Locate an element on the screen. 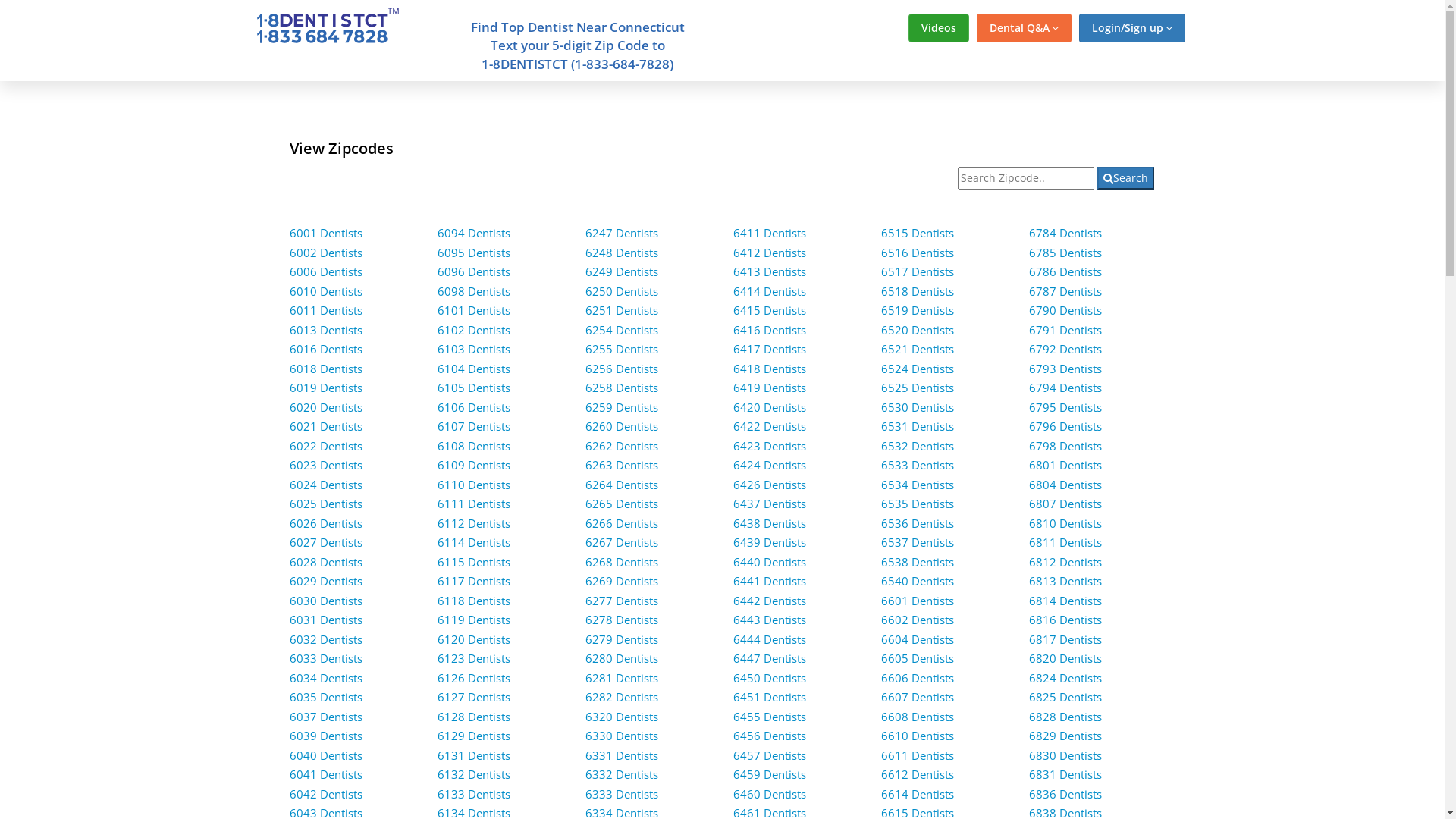 This screenshot has height=819, width=1456. '6413 Dentists' is located at coordinates (769, 271).